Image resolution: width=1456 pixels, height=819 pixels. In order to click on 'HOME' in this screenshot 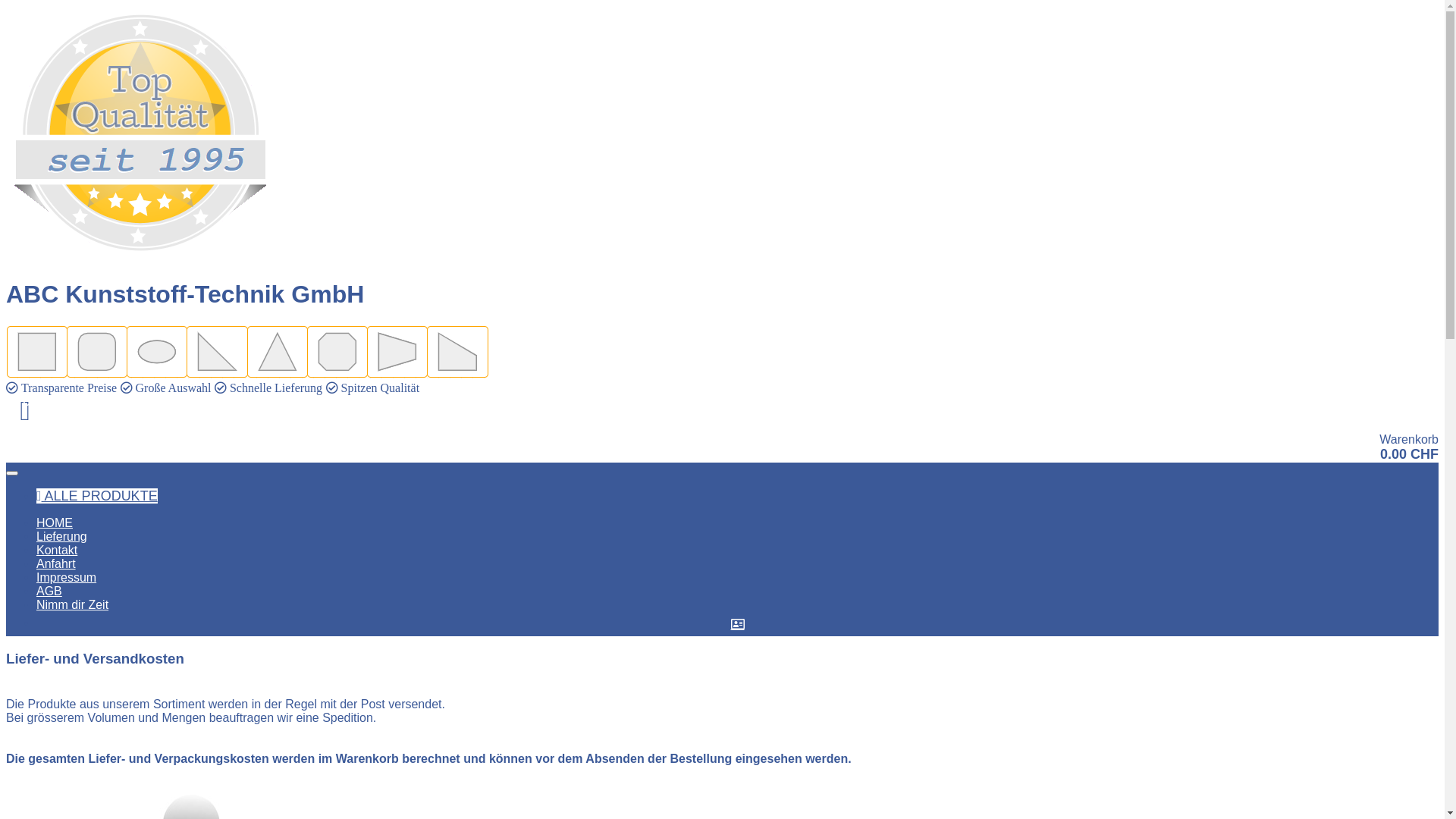, I will do `click(55, 522)`.